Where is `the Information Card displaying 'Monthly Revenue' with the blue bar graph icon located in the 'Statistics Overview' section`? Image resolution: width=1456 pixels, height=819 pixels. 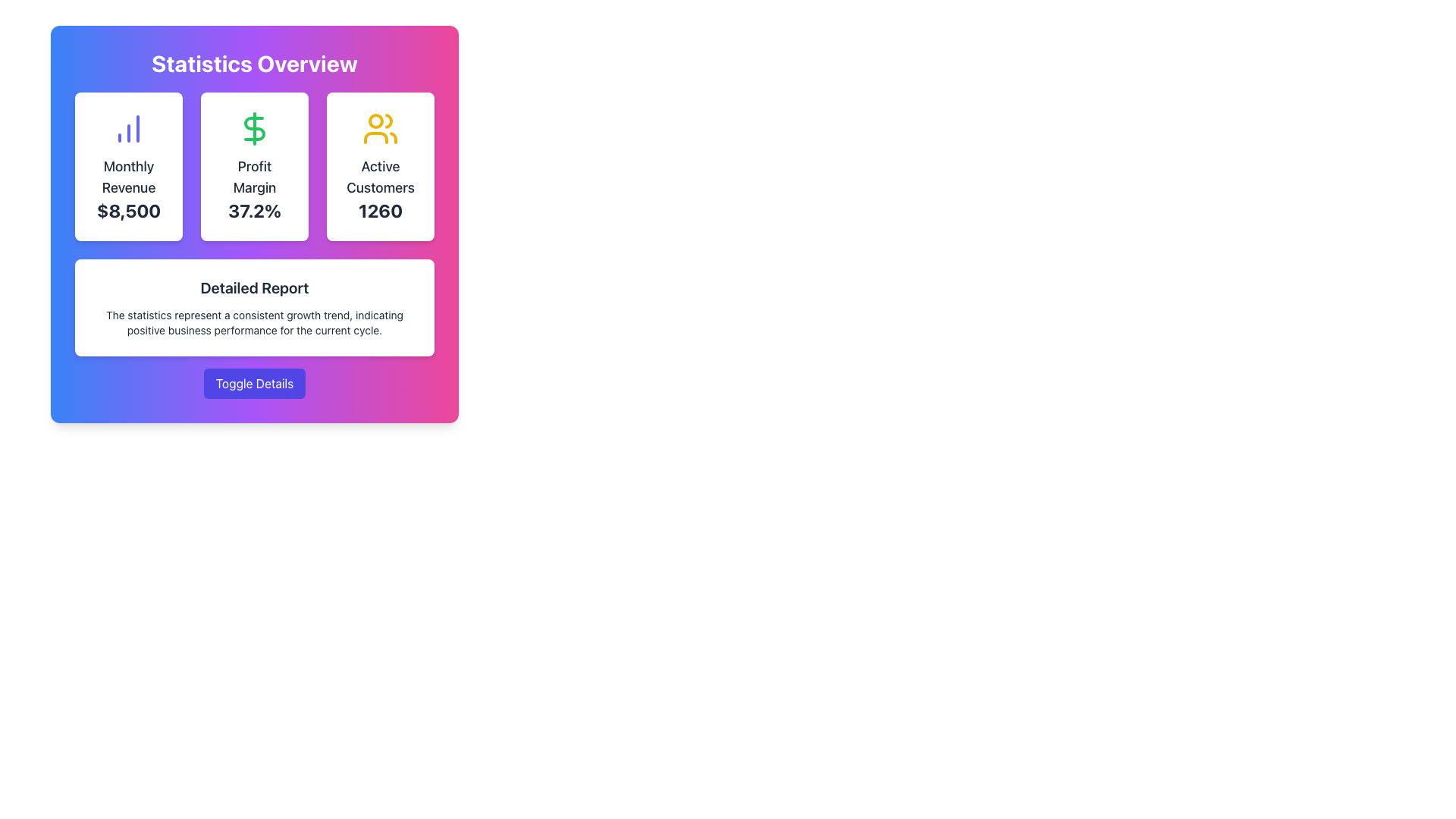
the Information Card displaying 'Monthly Revenue' with the blue bar graph icon located in the 'Statistics Overview' section is located at coordinates (128, 166).